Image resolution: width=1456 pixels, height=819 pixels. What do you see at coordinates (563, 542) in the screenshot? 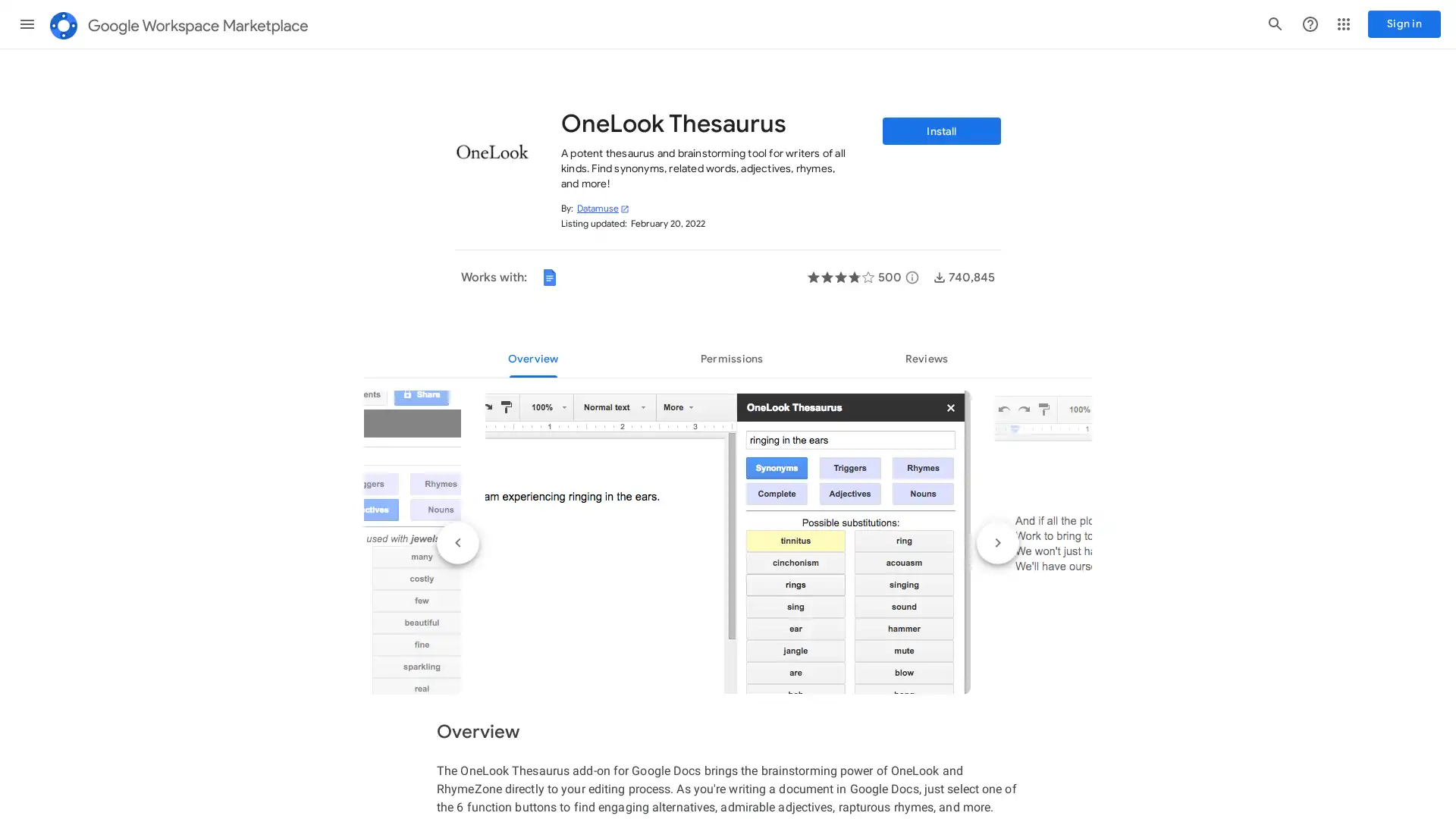
I see `Previous` at bounding box center [563, 542].